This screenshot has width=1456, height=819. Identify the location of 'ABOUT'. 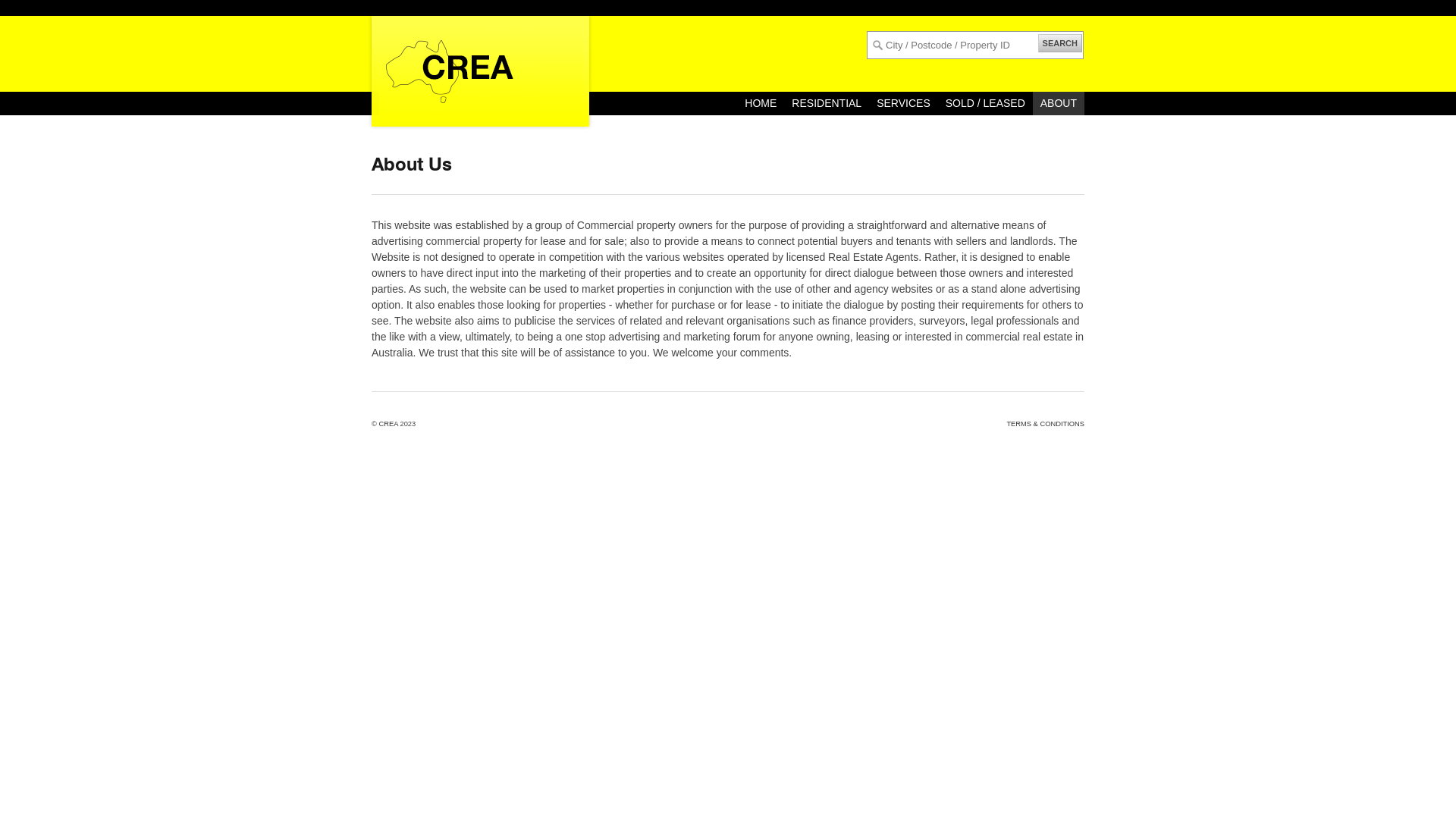
(1058, 102).